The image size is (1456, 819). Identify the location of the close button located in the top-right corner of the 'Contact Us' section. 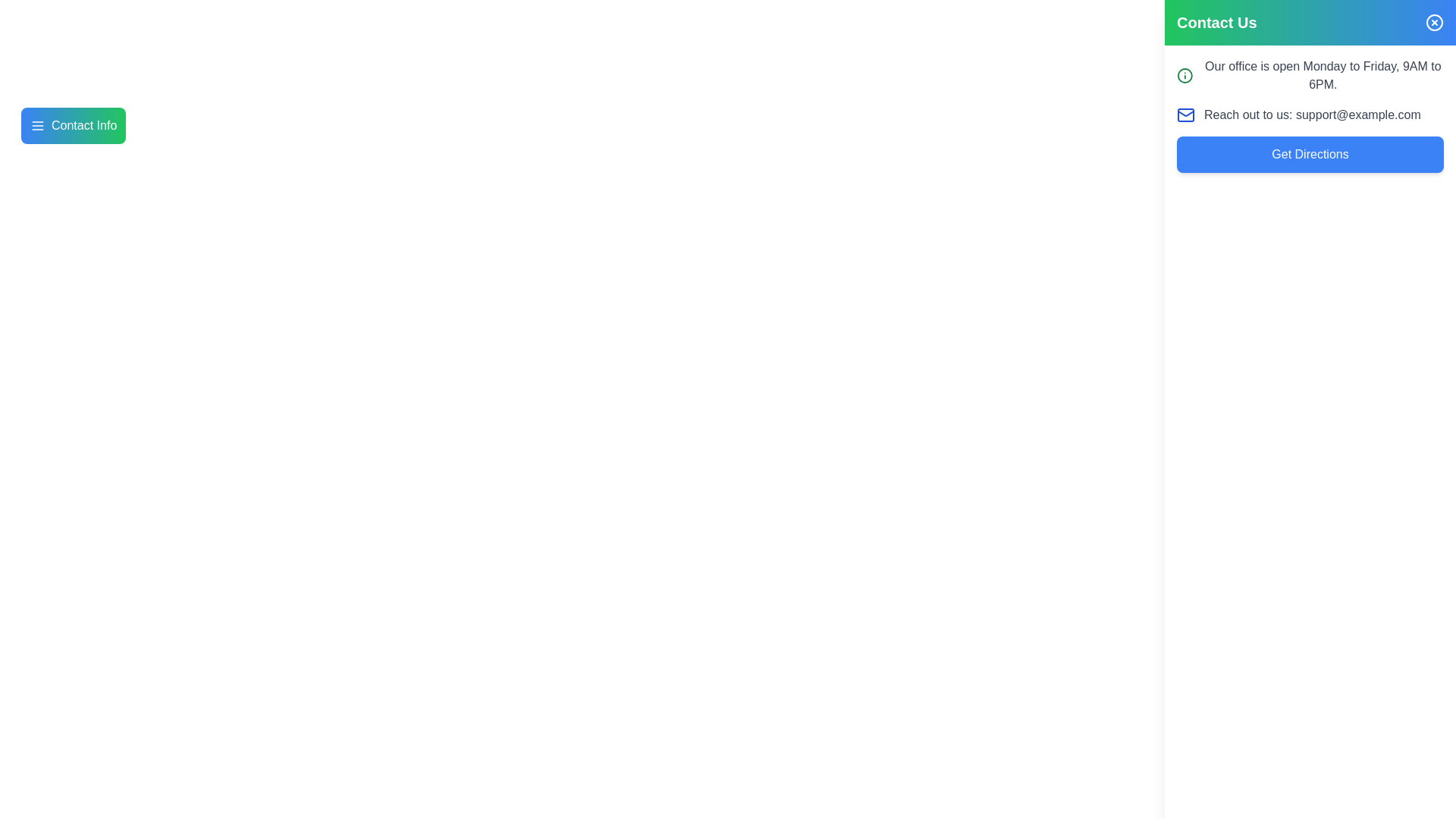
(1433, 23).